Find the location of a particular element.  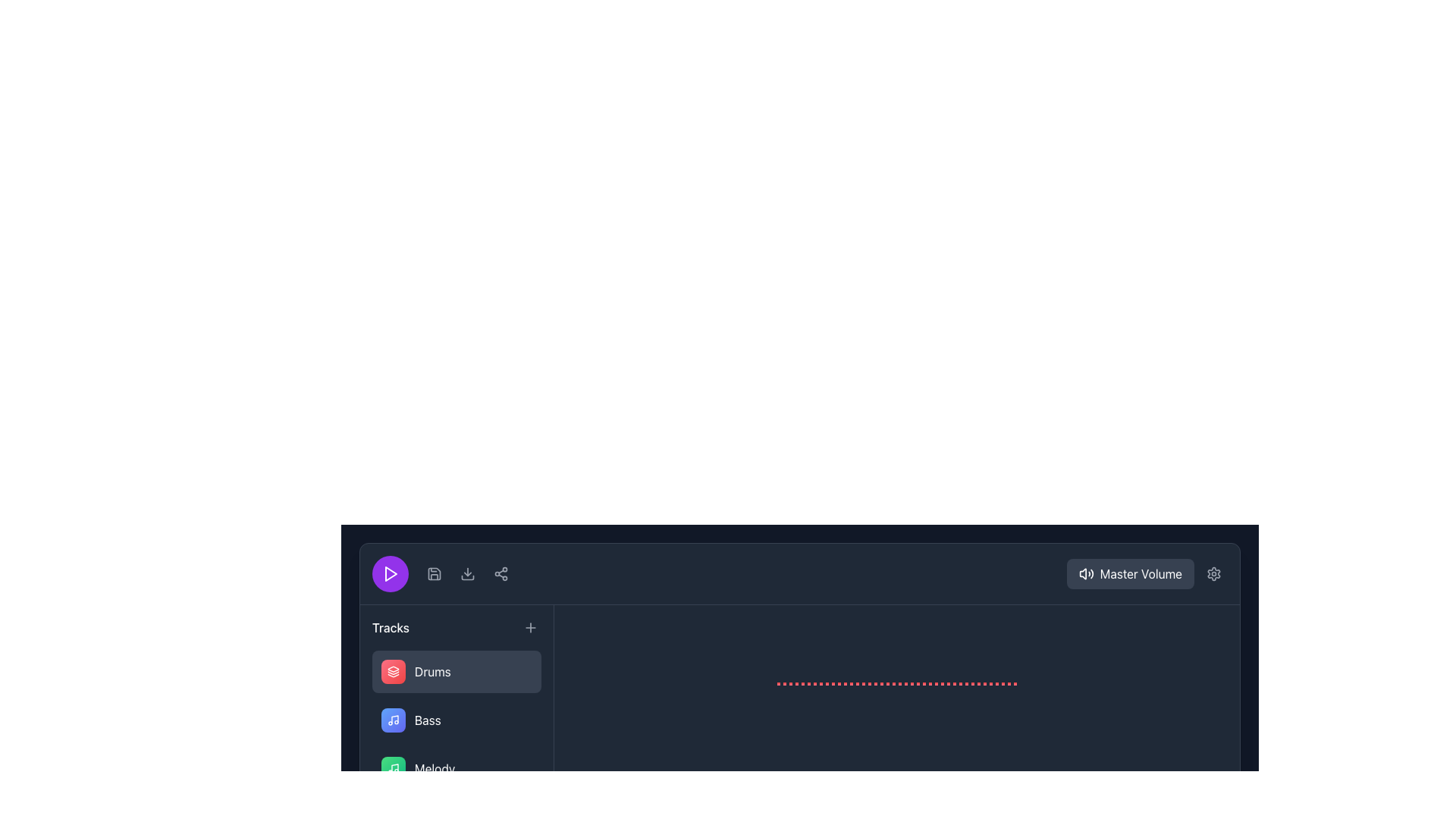

the save button, which is represented by a diskette symbol and is the first button in a sequence of three horizontally arranged buttons in the top-left corner of the interface is located at coordinates (433, 573).